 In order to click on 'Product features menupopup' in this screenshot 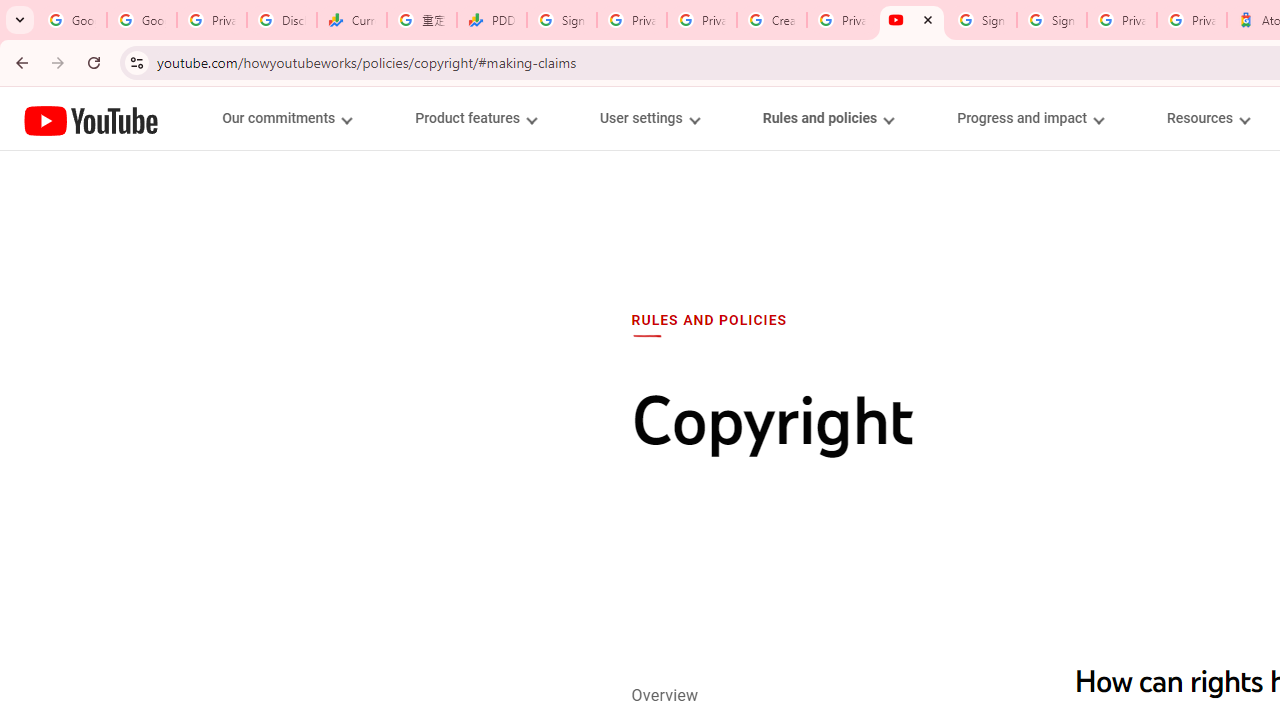, I will do `click(474, 118)`.